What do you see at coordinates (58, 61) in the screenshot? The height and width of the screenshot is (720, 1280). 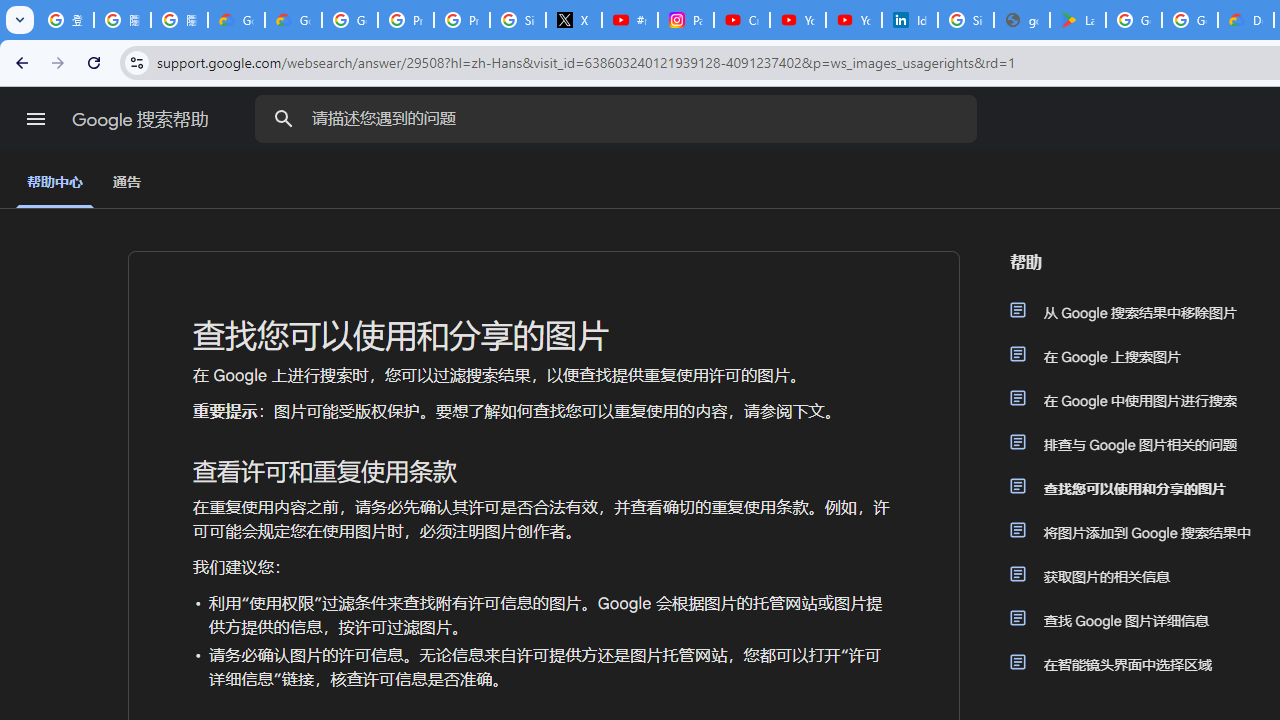 I see `'Forward'` at bounding box center [58, 61].